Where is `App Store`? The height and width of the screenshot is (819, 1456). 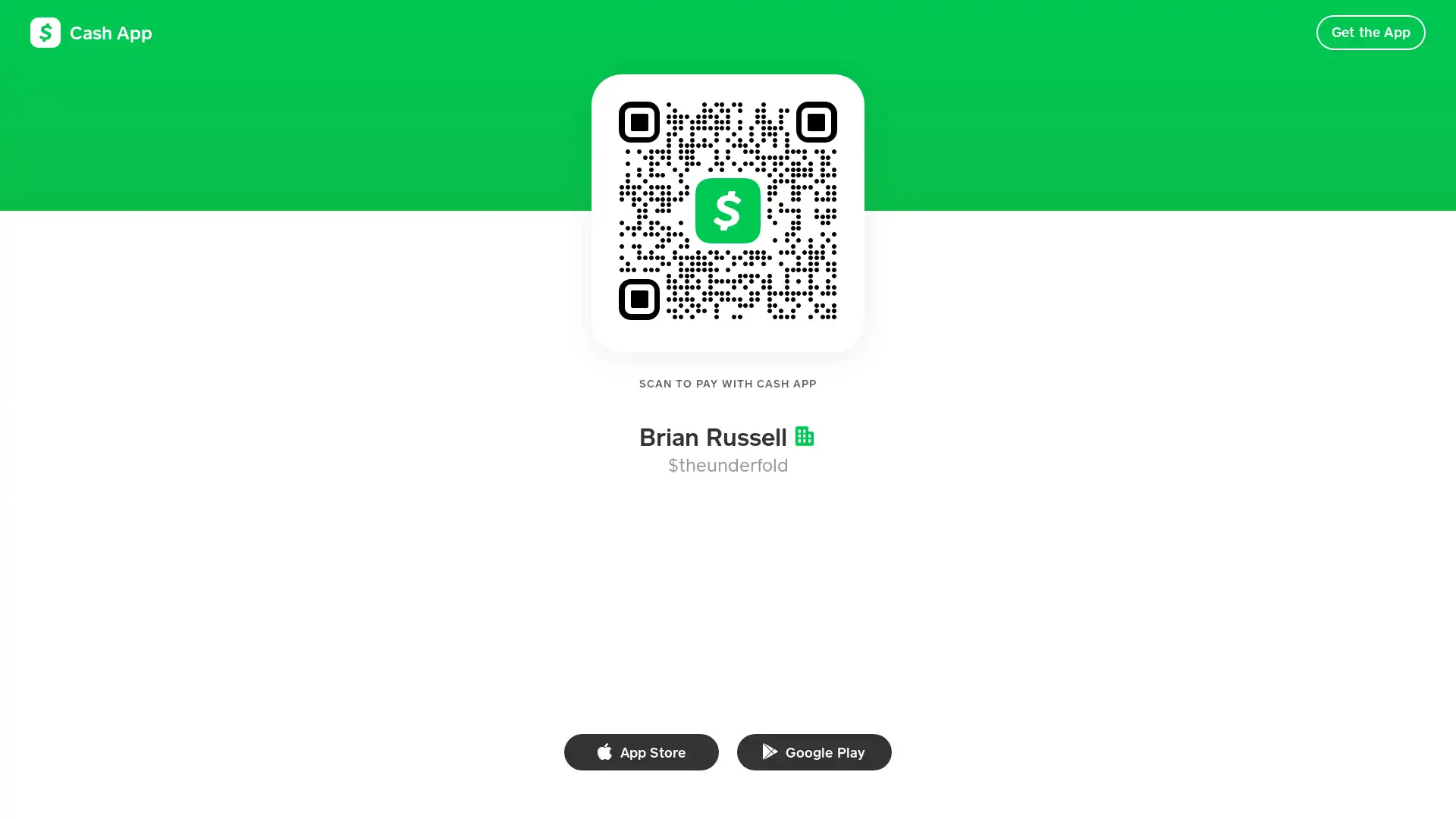
App Store is located at coordinates (641, 752).